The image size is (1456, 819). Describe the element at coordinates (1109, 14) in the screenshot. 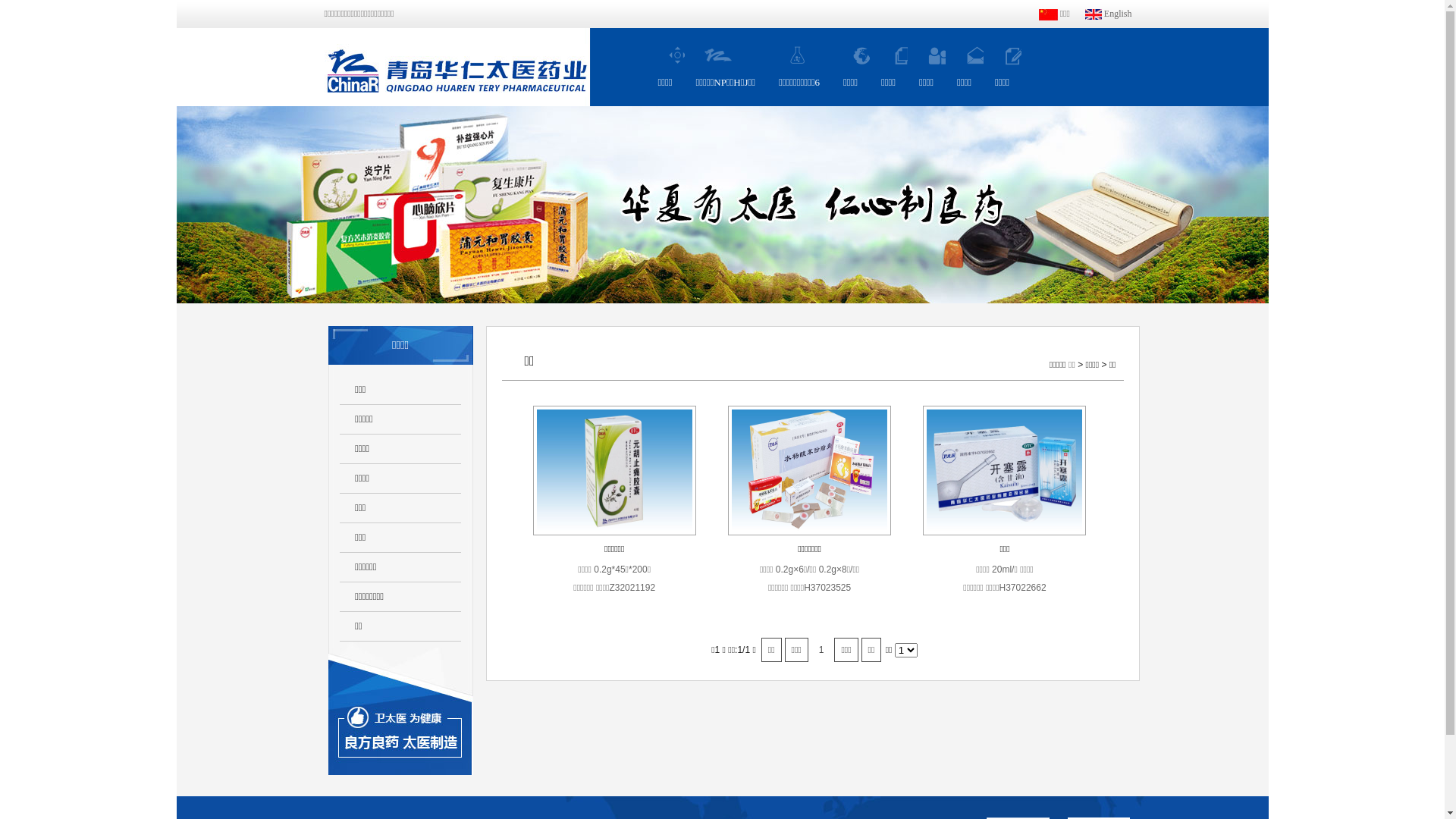

I see `'English'` at that location.